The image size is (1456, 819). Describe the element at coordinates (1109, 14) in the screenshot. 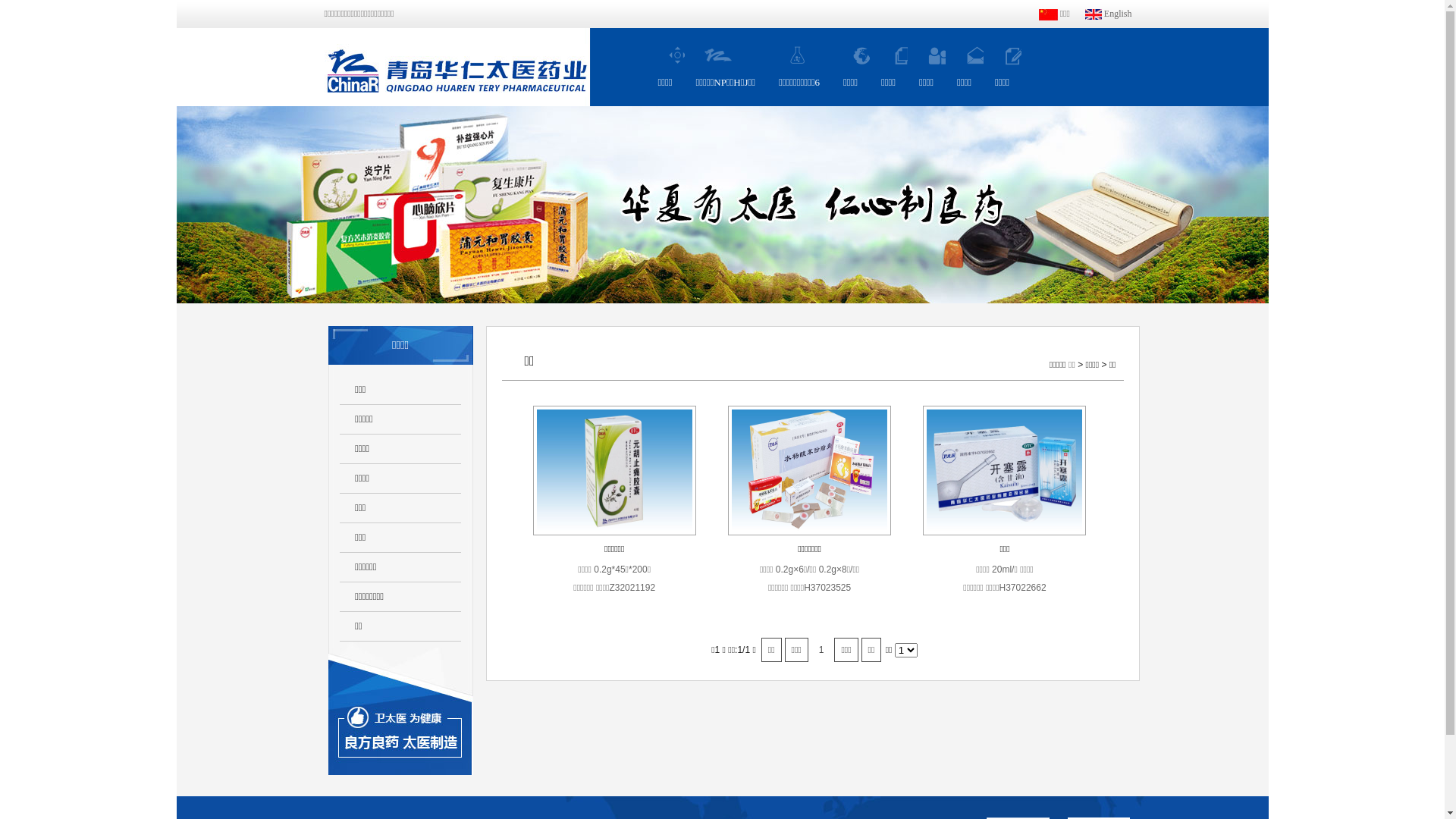

I see `'English'` at that location.